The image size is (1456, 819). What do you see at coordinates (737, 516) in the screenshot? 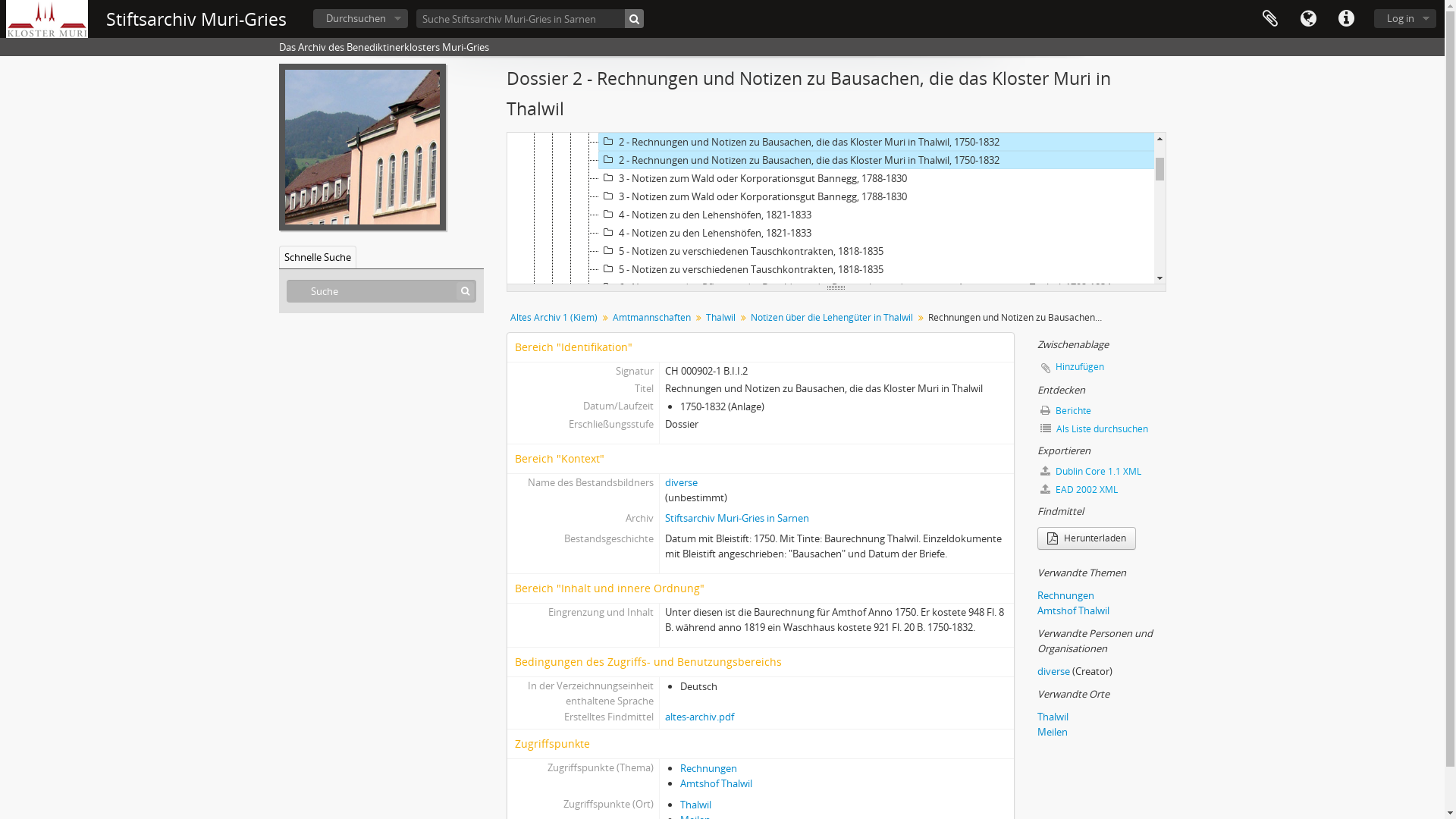
I see `'Stiftsarchiv Muri-Gries in Sarnen'` at bounding box center [737, 516].